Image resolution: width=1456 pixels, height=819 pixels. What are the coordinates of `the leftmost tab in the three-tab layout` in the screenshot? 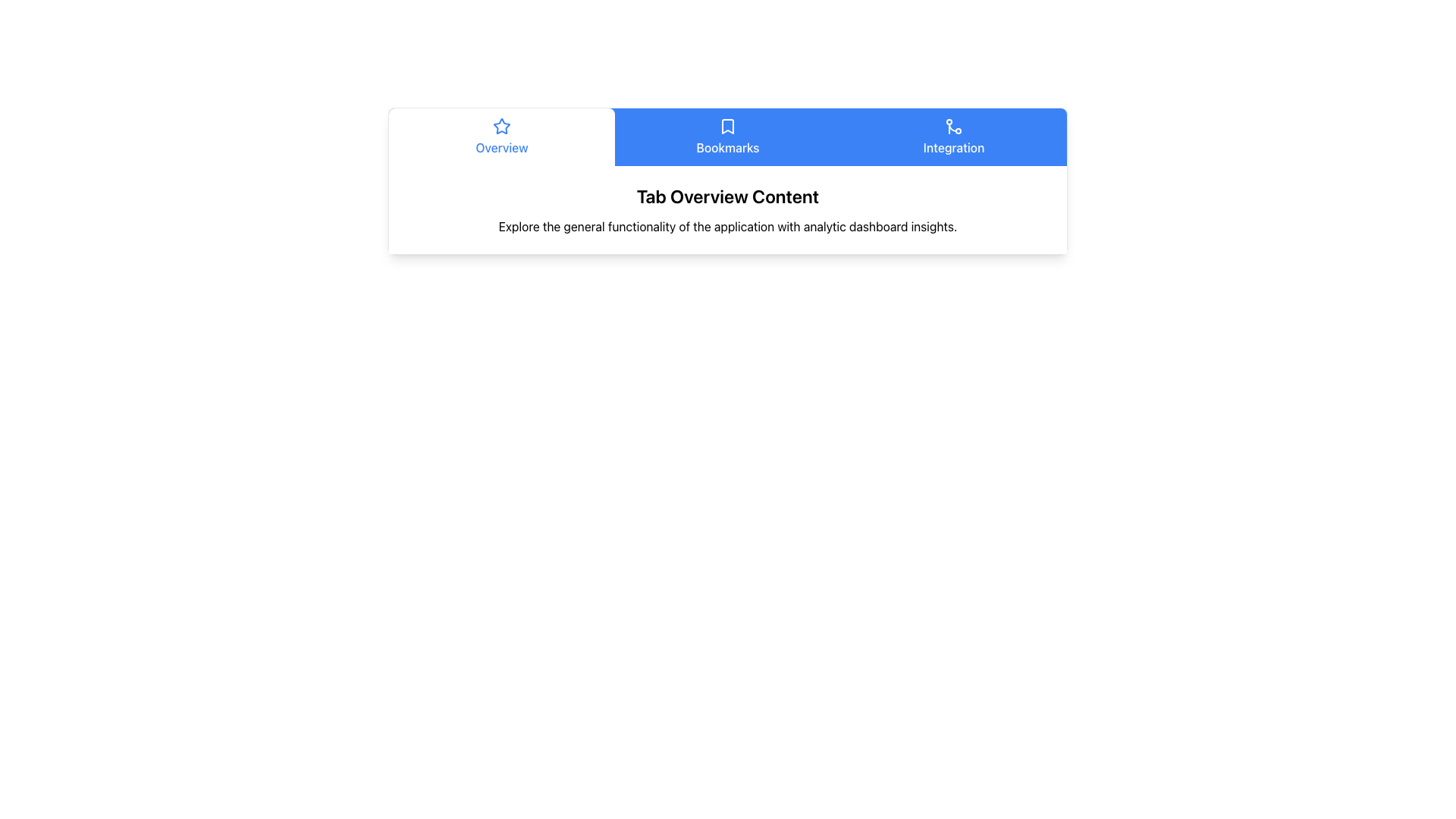 It's located at (502, 137).